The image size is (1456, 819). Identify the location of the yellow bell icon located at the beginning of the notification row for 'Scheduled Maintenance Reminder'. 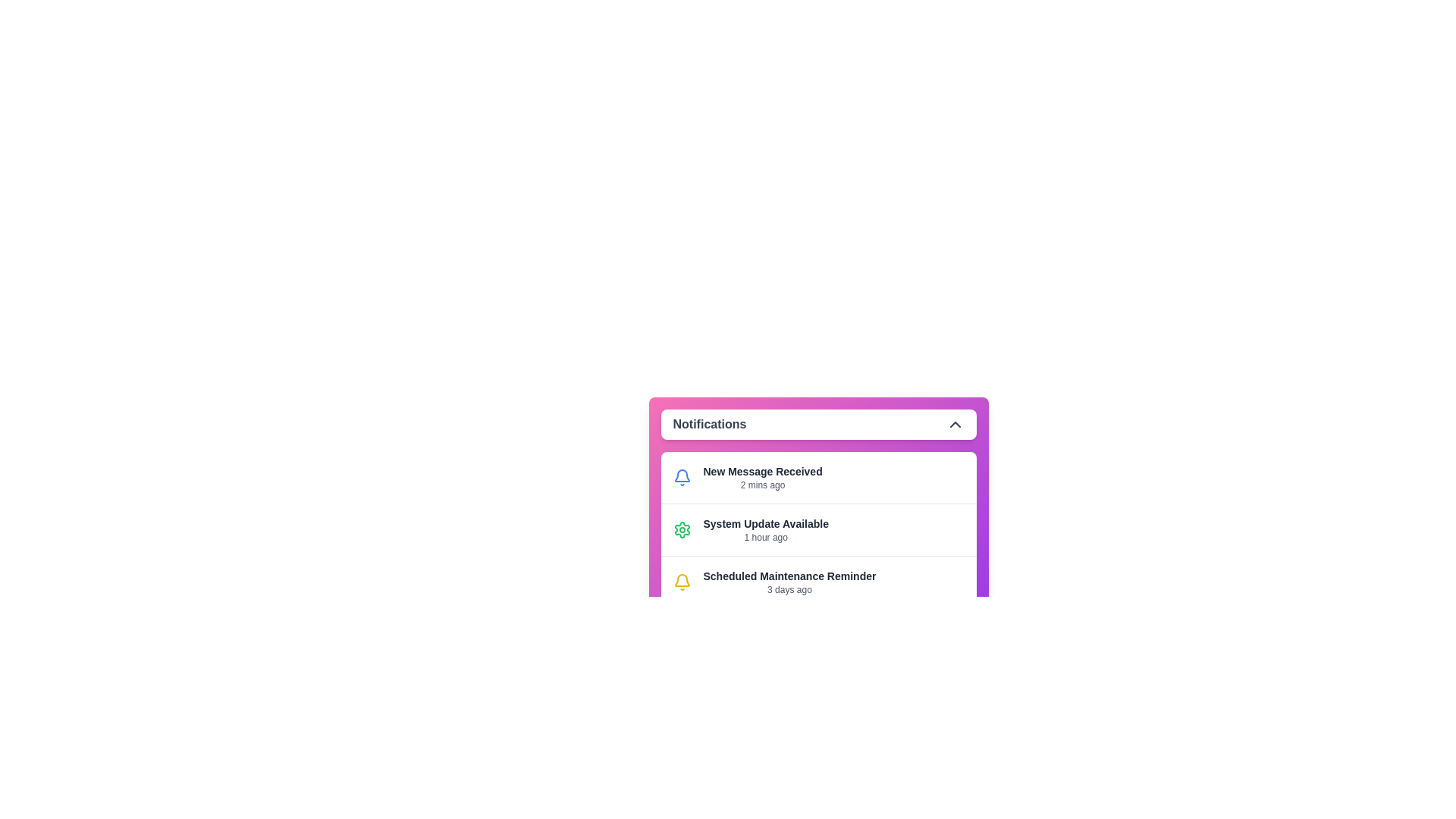
(681, 581).